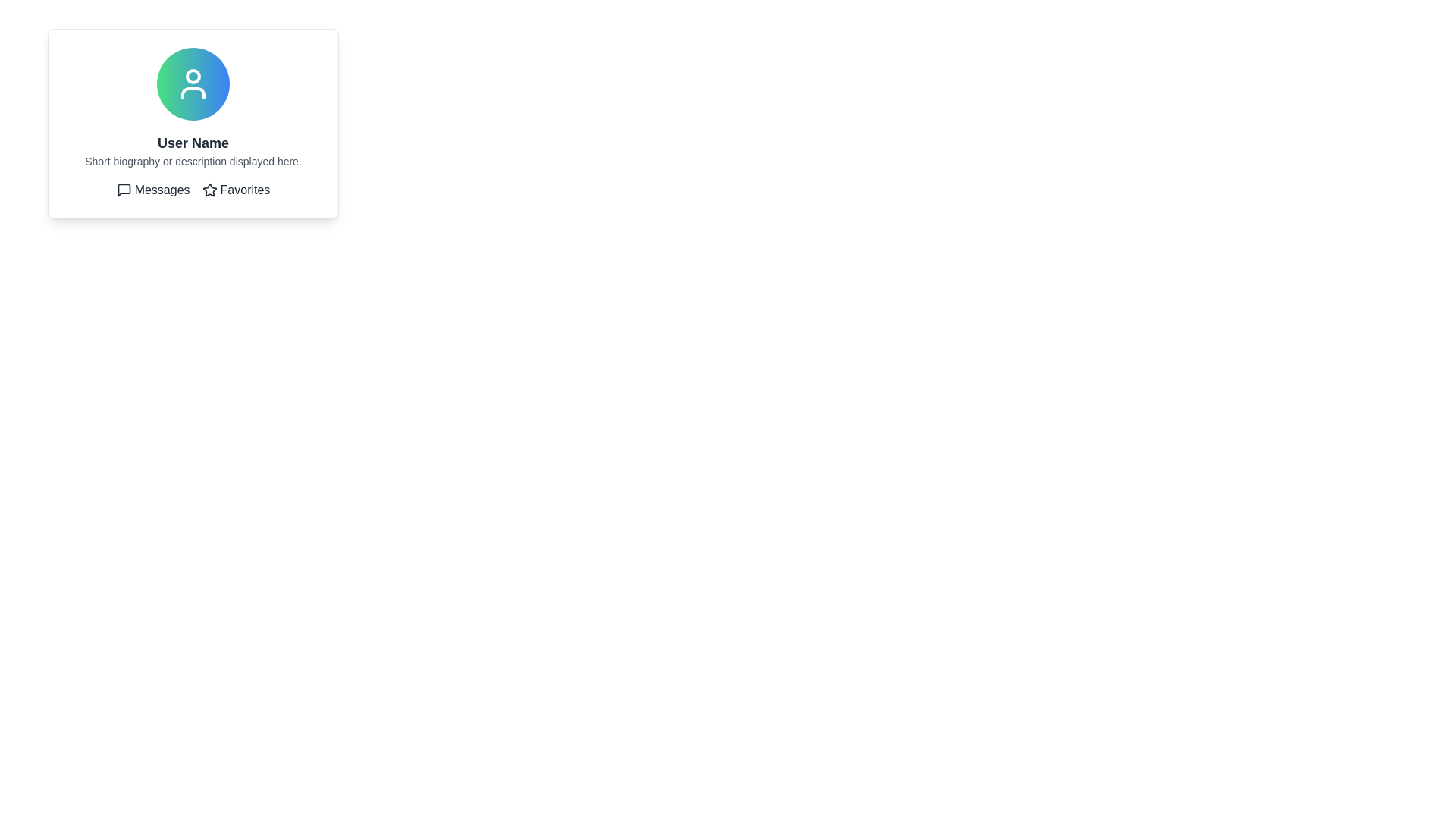  Describe the element at coordinates (192, 84) in the screenshot. I see `the user profile icon with a gradient background located at the top center of the card layout, above the 'User Name' text and aligned with the 'Messages' and 'Favorites' buttons` at that location.